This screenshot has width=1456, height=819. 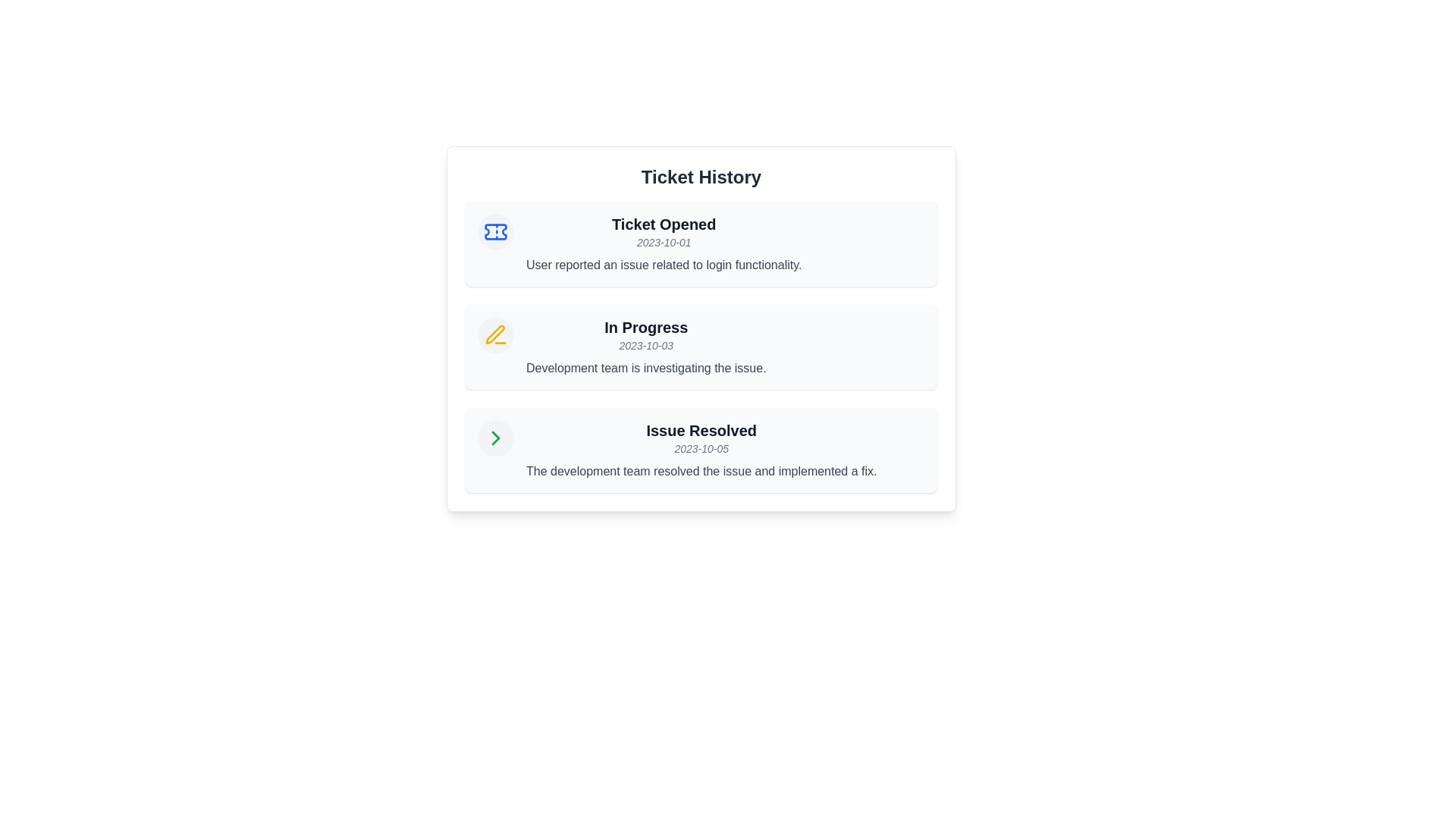 What do you see at coordinates (701, 328) in the screenshot?
I see `individual entries in the ticket history interface, which displays chronological status updates such as 'Ticket Opened', 'In Progress', and 'Issue Resolved'` at bounding box center [701, 328].